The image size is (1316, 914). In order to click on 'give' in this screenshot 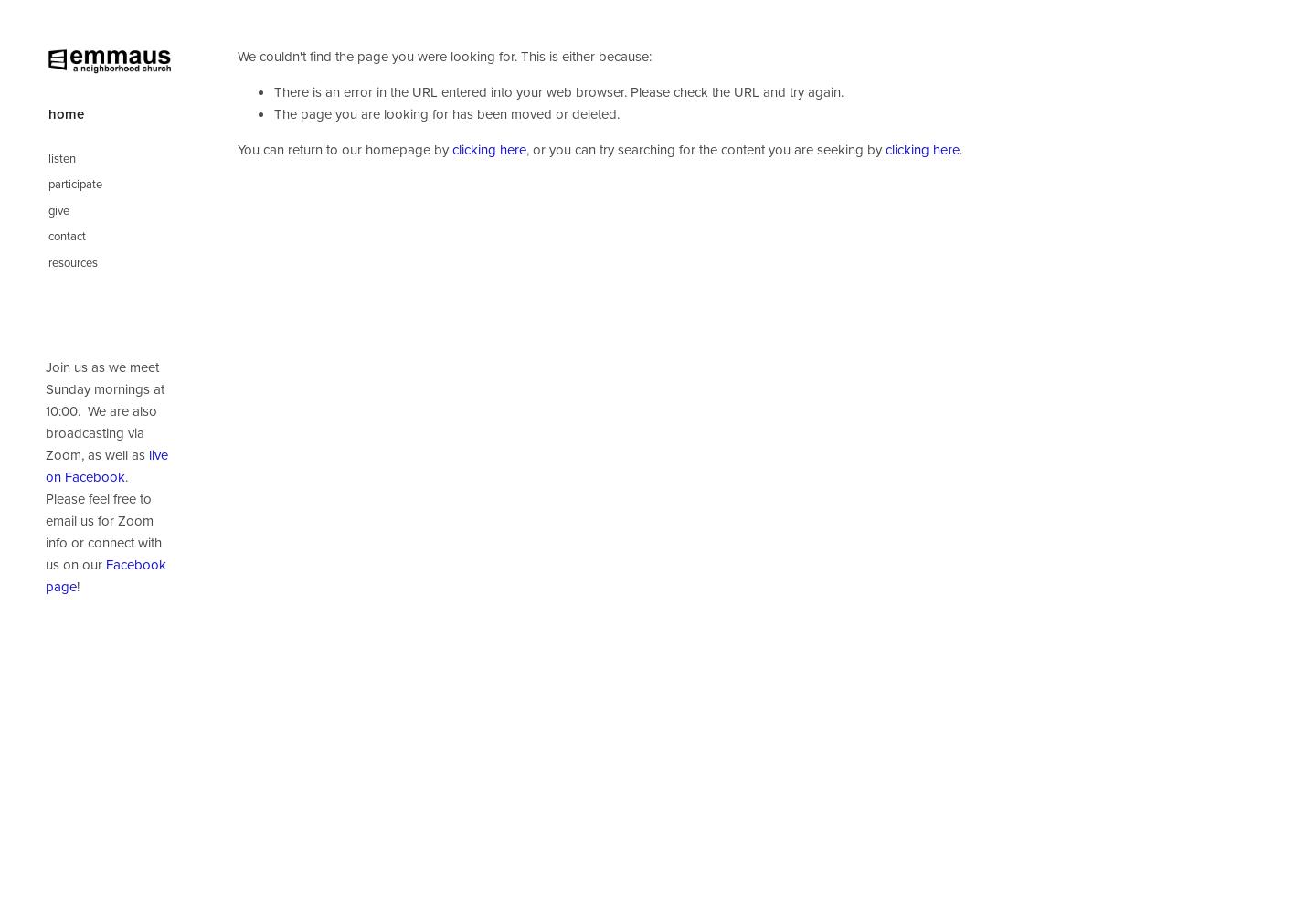, I will do `click(46, 208)`.